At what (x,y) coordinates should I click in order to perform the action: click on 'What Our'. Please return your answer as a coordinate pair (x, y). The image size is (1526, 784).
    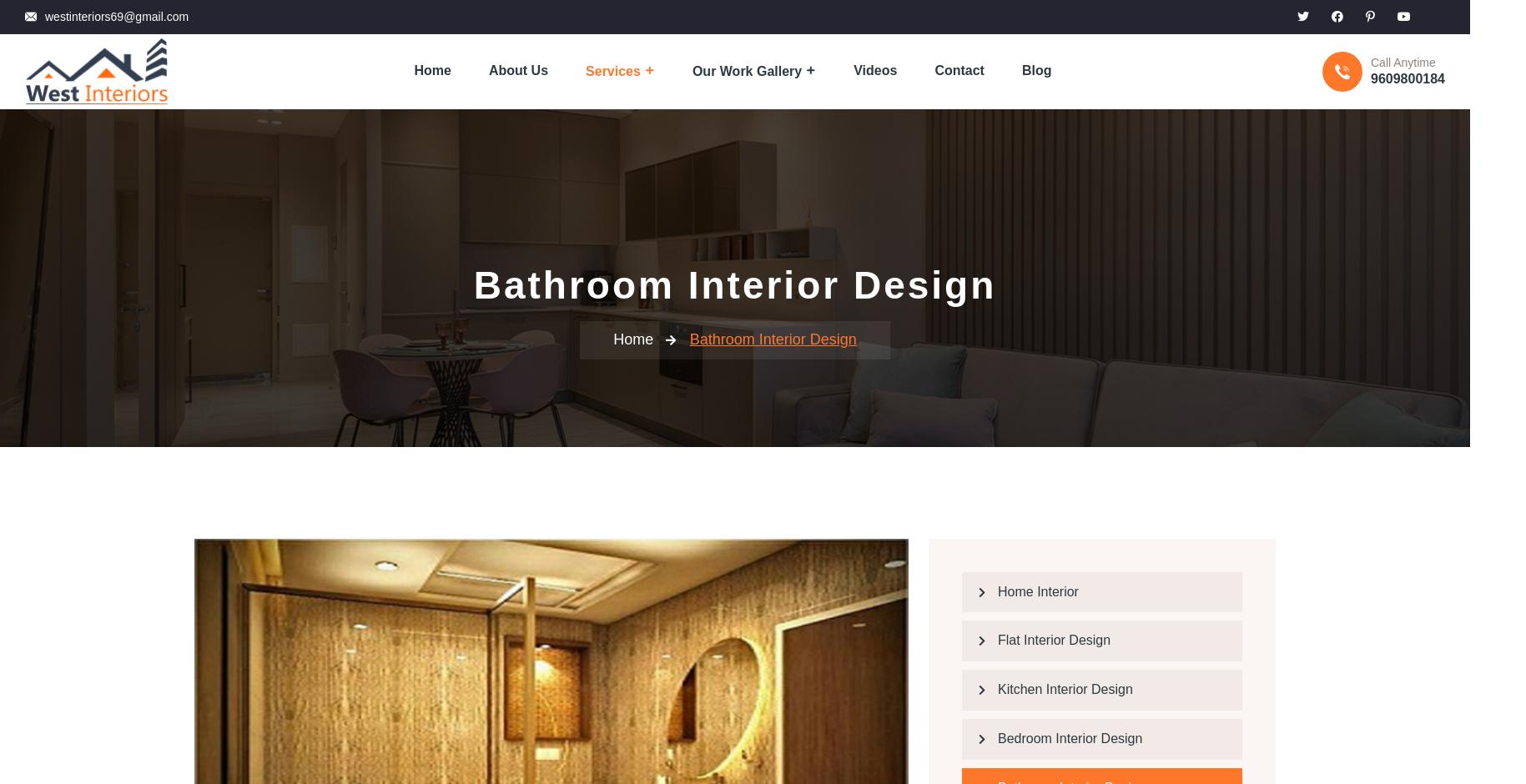
    Looking at the image, I should click on (626, 684).